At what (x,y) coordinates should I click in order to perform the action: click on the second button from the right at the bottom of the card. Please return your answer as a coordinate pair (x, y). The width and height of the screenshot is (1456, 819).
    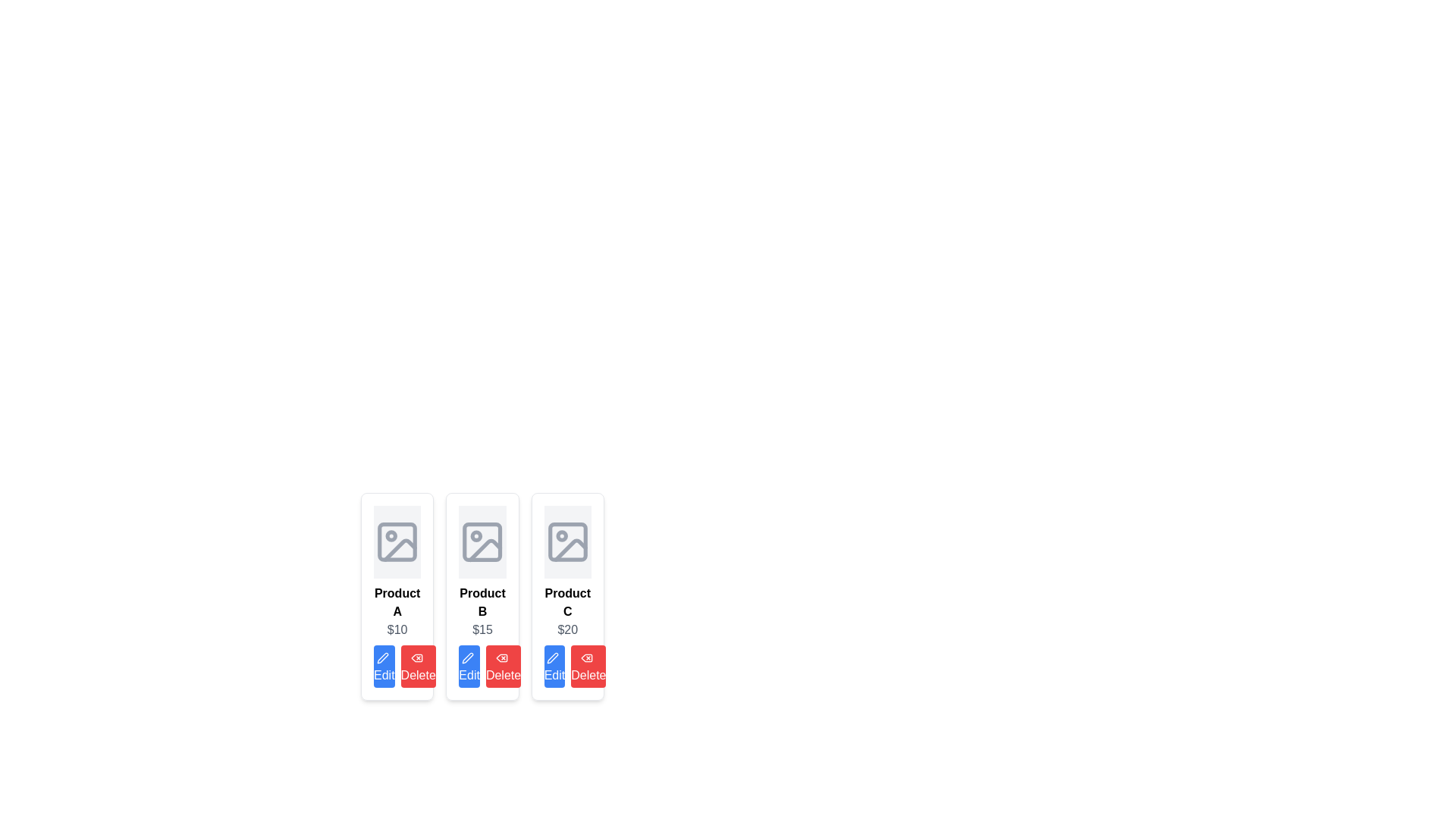
    Looking at the image, I should click on (503, 666).